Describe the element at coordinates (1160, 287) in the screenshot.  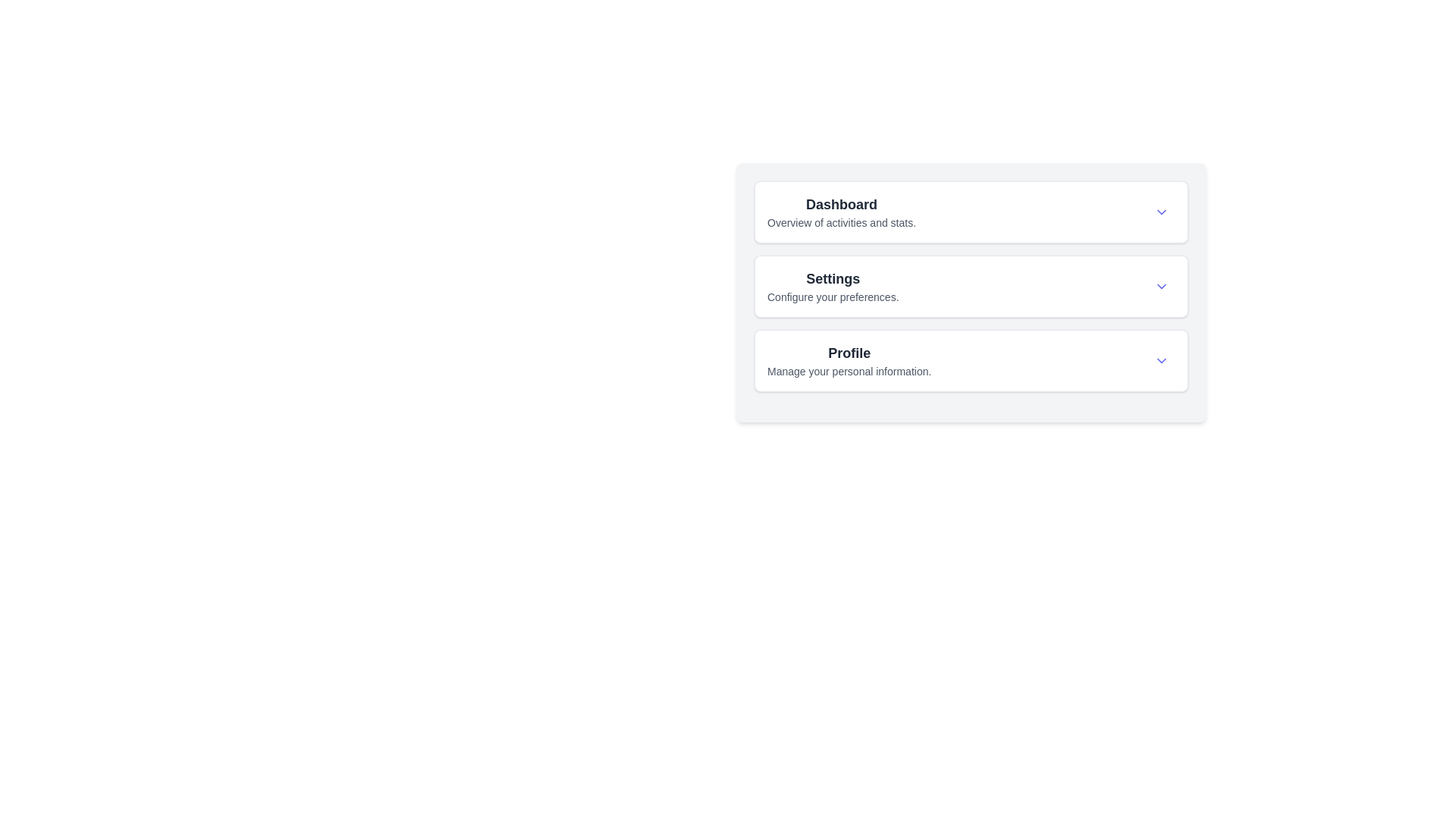
I see `the downward-pointing chevron icon, which is indigo in color and located to the far right within the 'Settings' option of the menu` at that location.